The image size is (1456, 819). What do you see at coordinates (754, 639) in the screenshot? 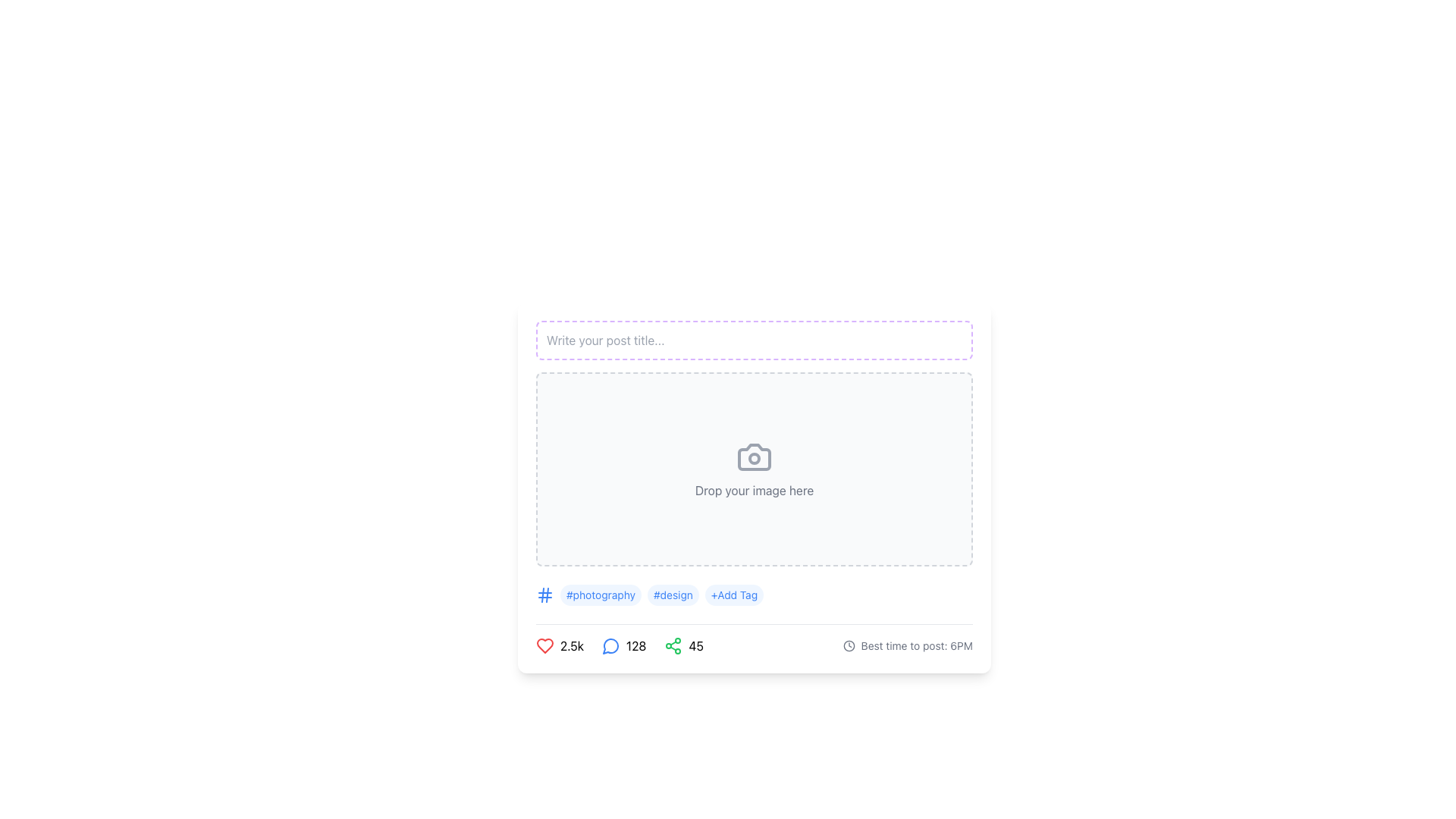
I see `the metrics icons located on the Metrics and suggestion display bar at the bottom of the card layout to interact with likes, comments, or shares` at bounding box center [754, 639].